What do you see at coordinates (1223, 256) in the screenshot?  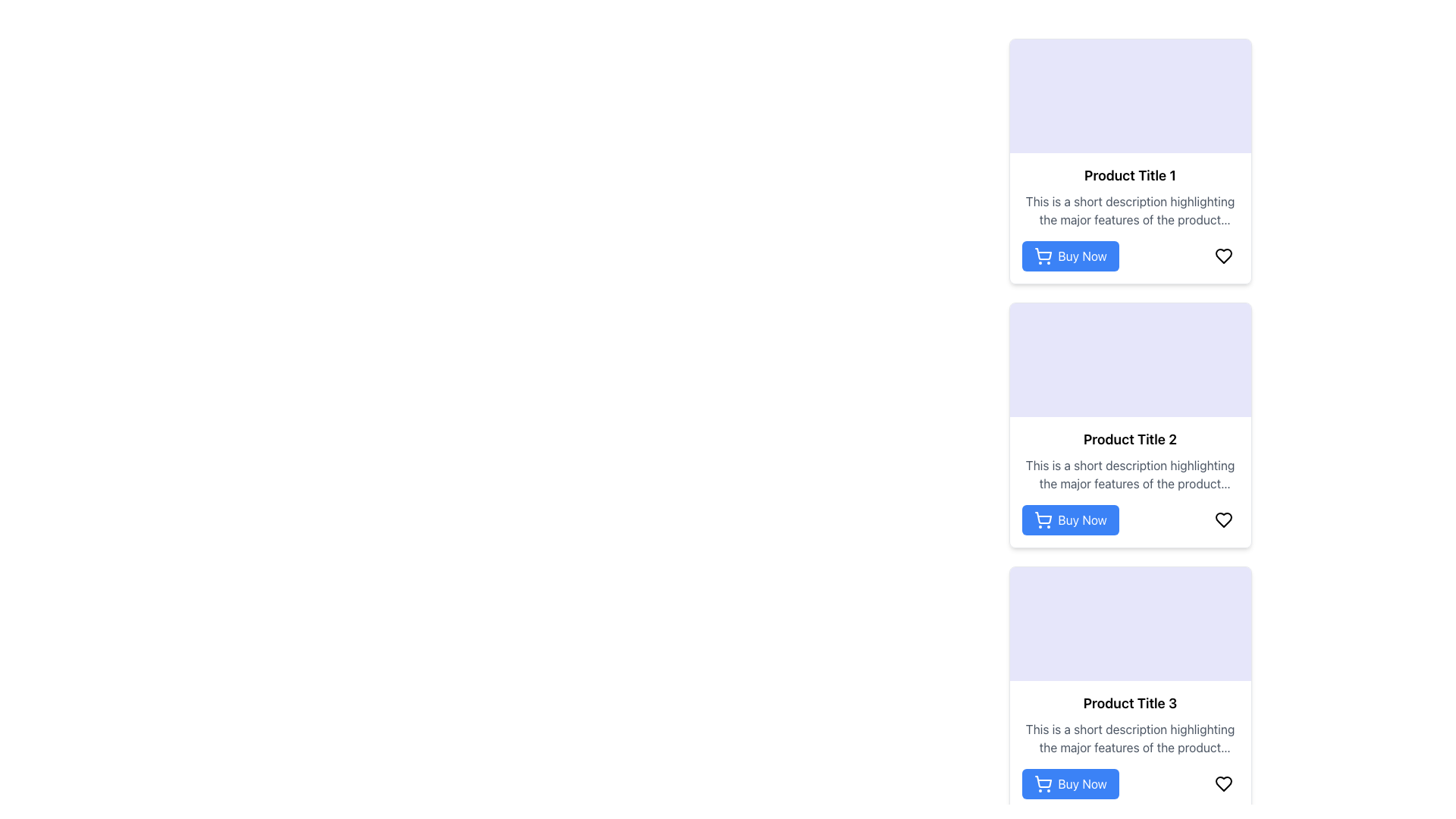 I see `the heart icon button located at the bottom-right corner of the card for 'Product Title 1' to mark the product as a favorite` at bounding box center [1223, 256].